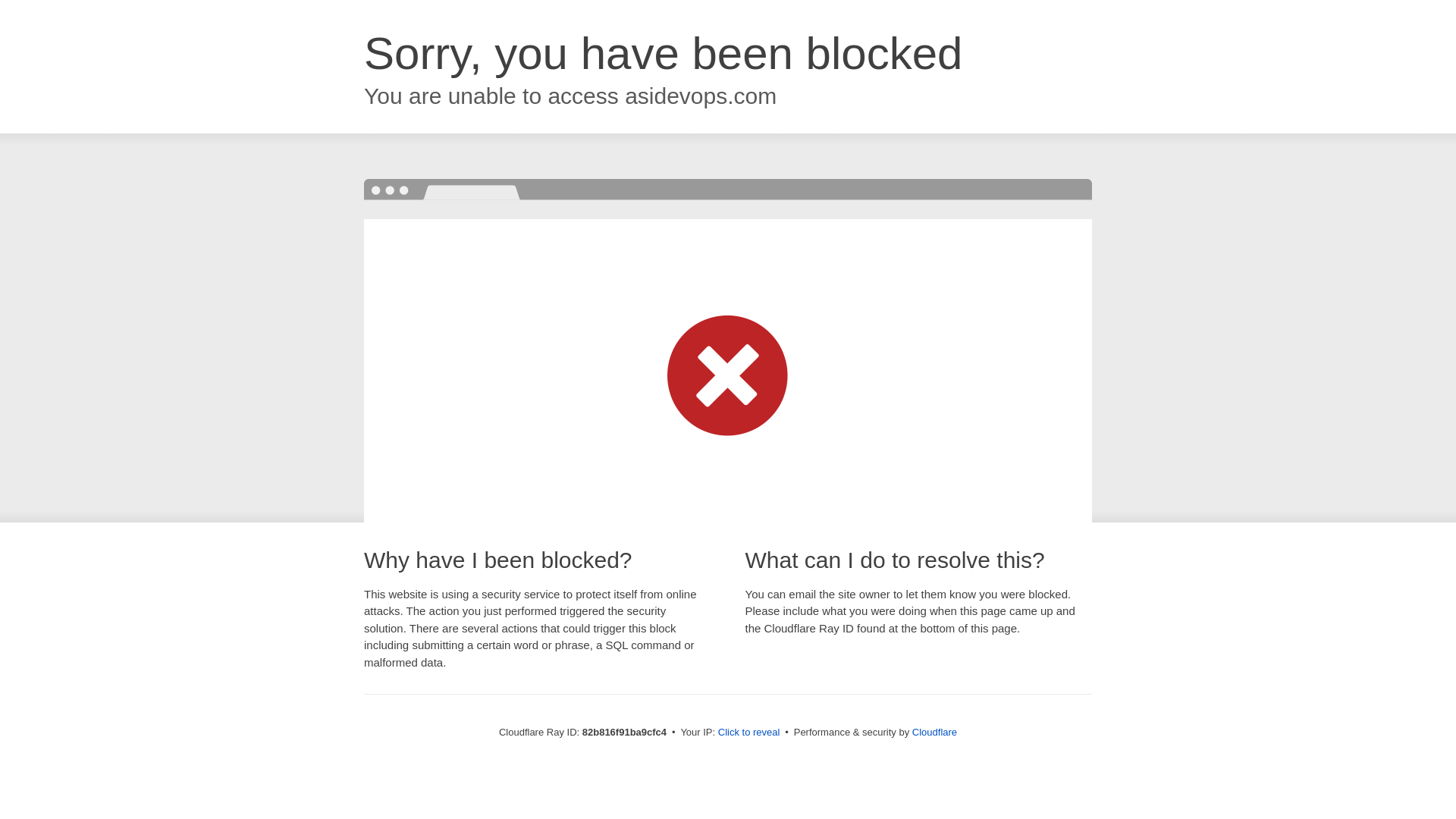 This screenshot has height=819, width=1456. Describe the element at coordinates (934, 731) in the screenshot. I see `'Cloudflare'` at that location.